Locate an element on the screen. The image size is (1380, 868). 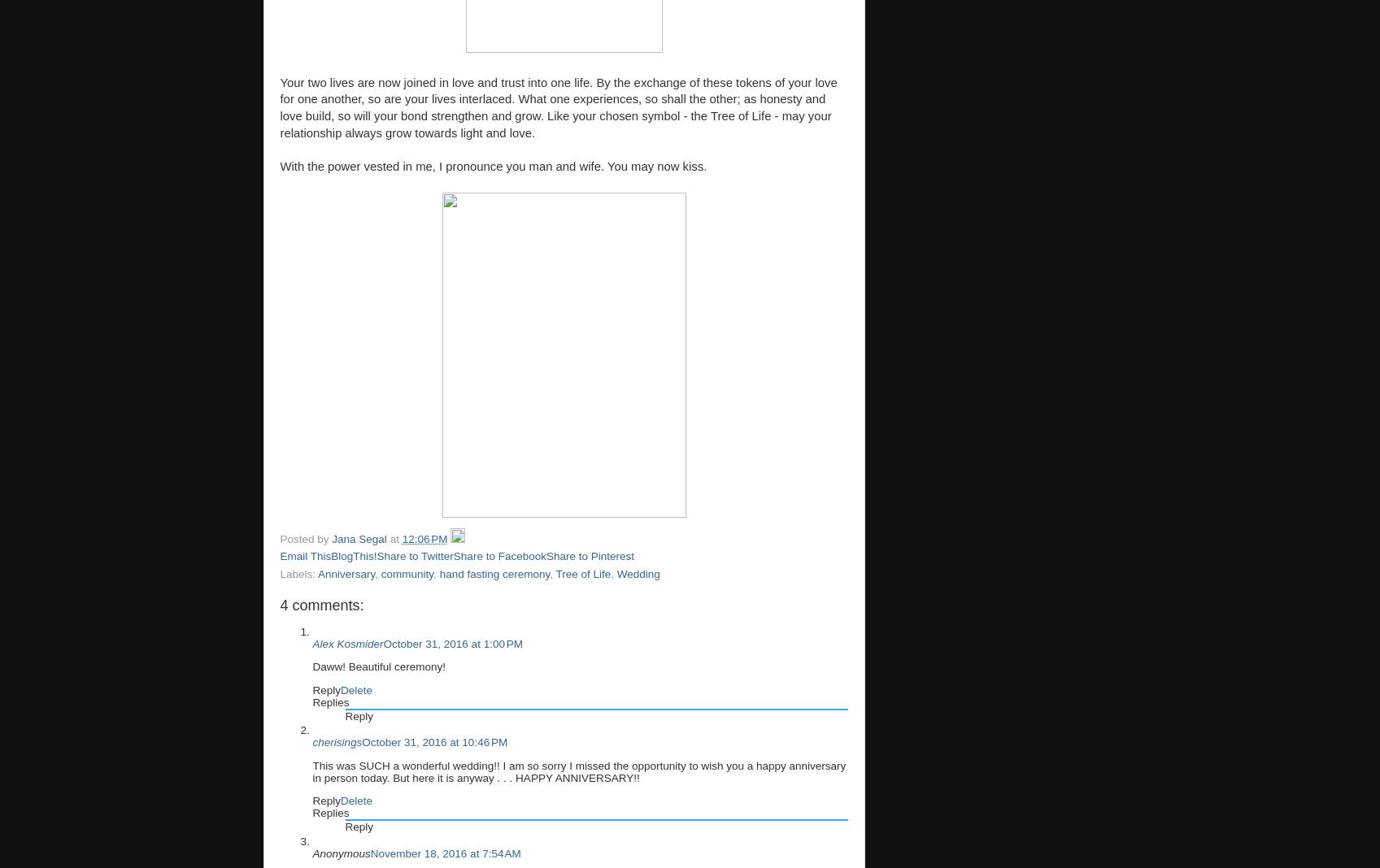
'cherisings' is located at coordinates (336, 741).